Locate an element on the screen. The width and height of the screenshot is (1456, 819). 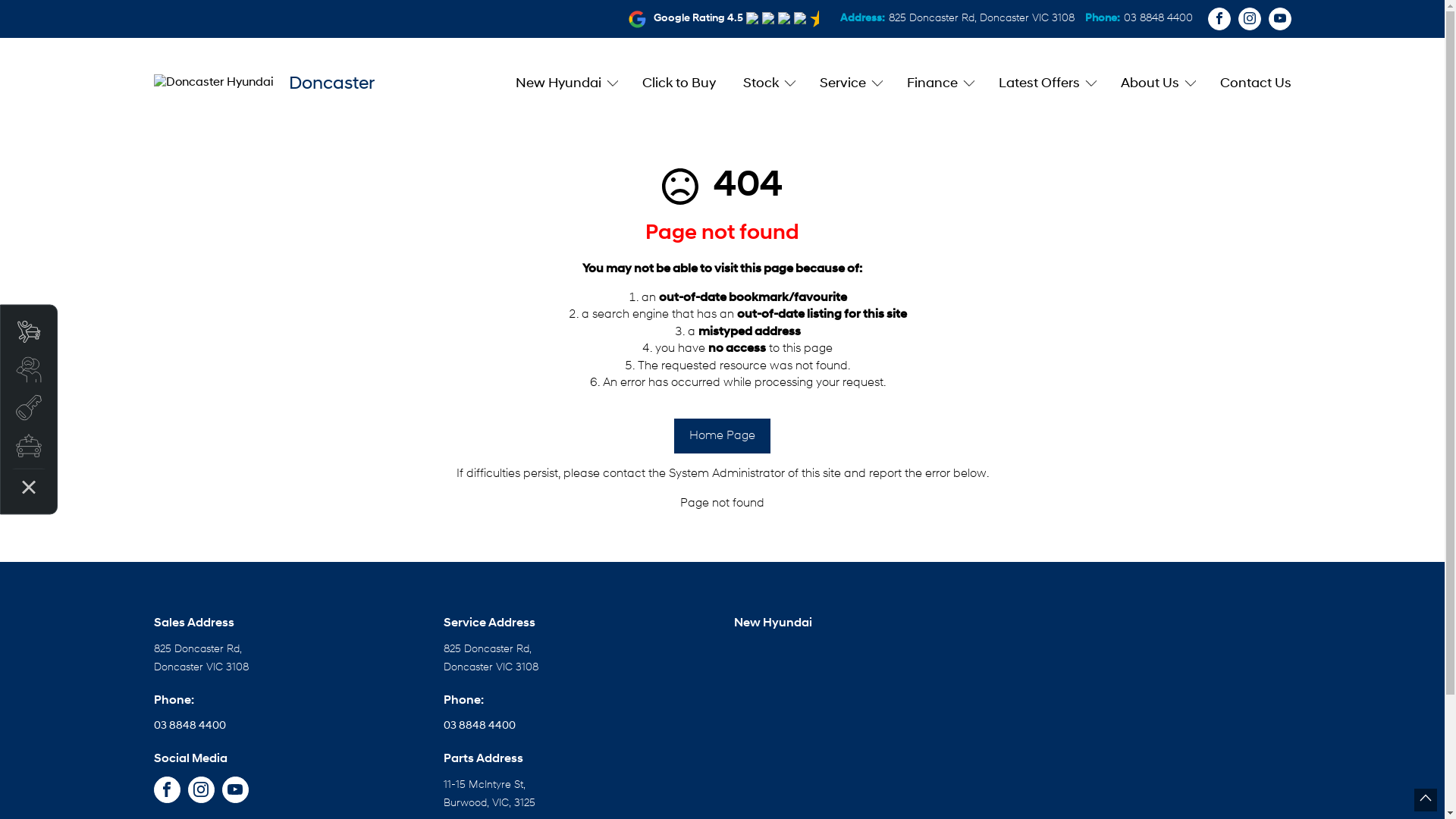
'Finance' is located at coordinates (893, 82).